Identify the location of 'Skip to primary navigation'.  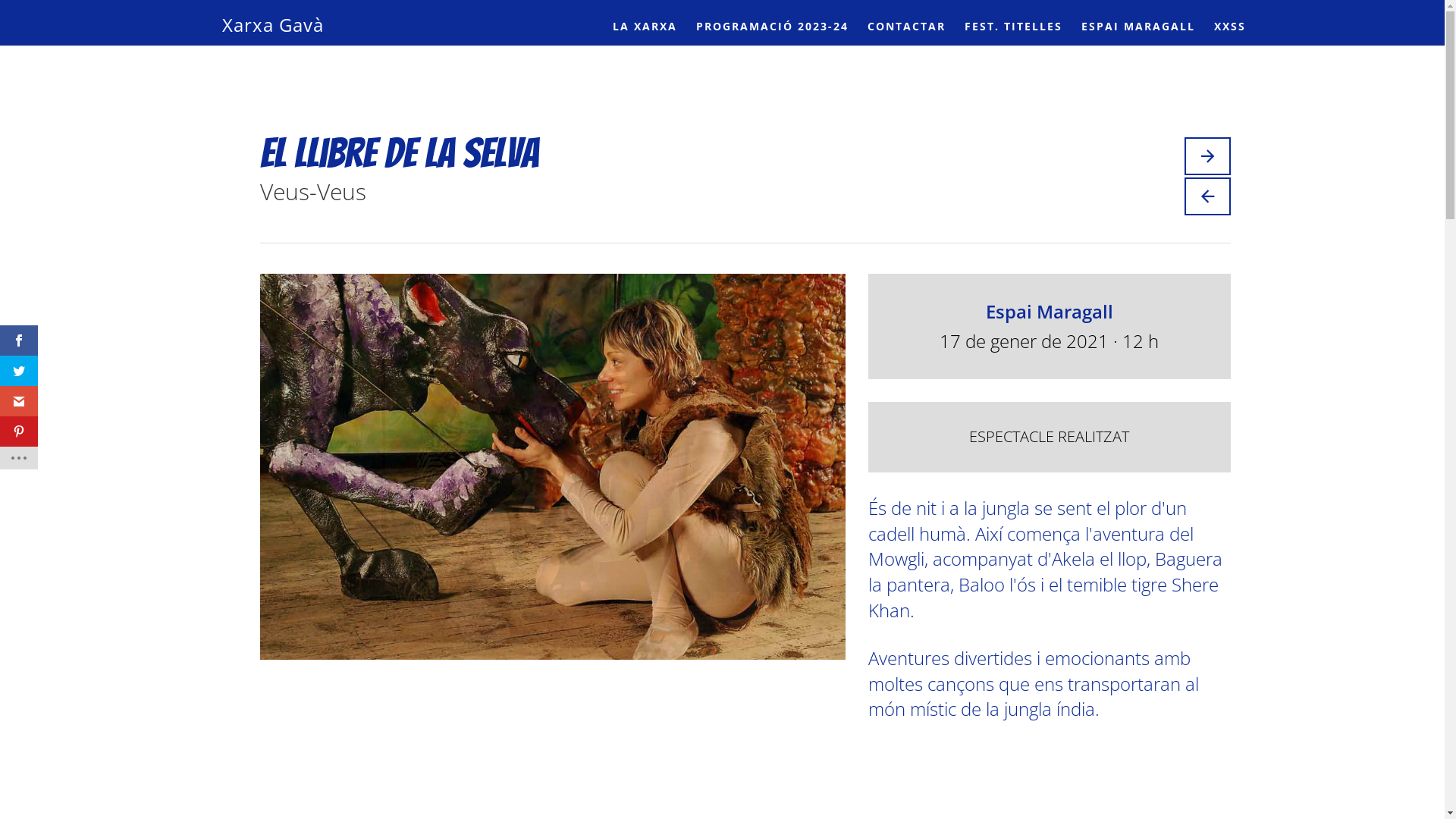
(0, 0).